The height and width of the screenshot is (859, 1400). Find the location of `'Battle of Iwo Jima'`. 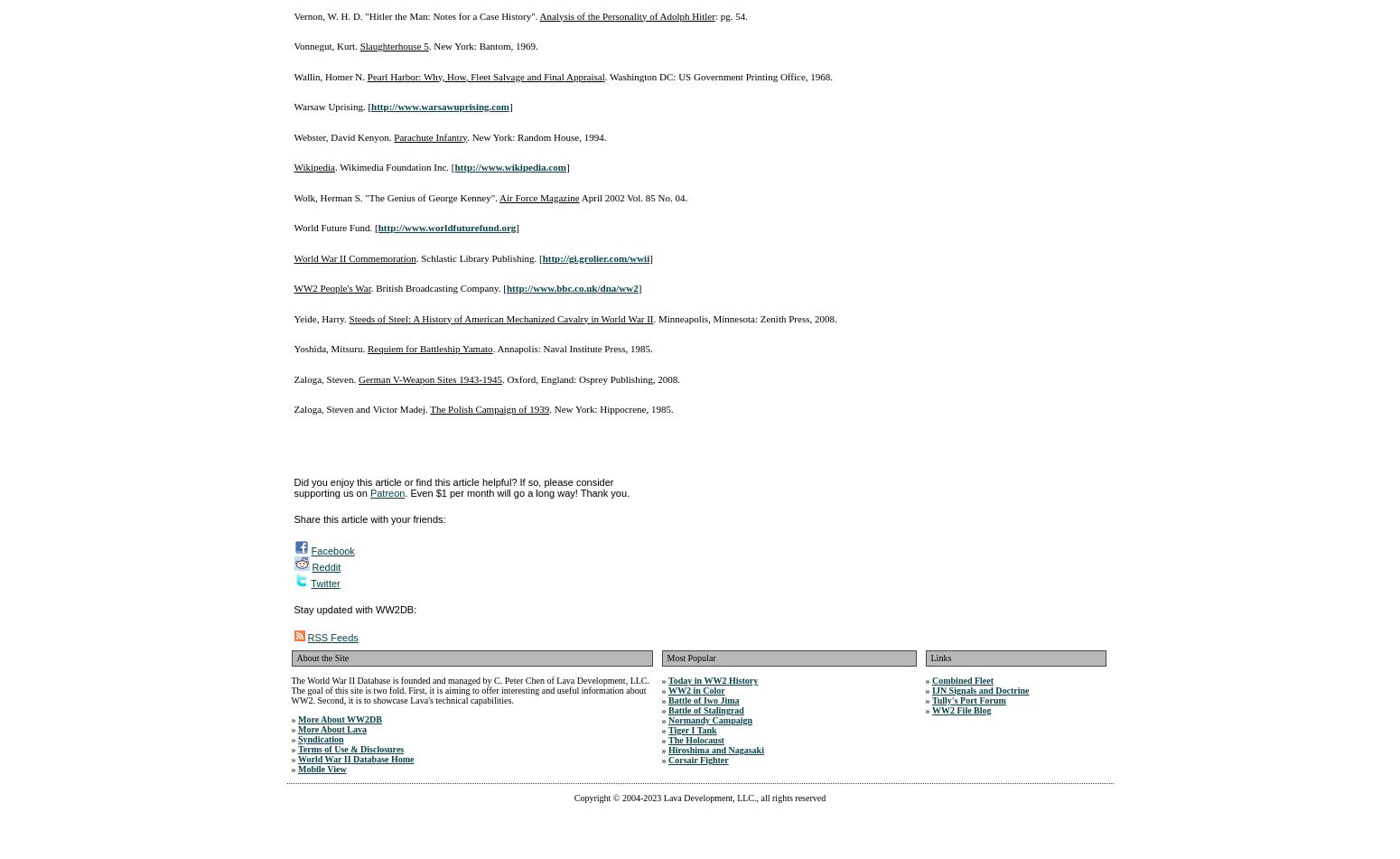

'Battle of Iwo Jima' is located at coordinates (703, 699).